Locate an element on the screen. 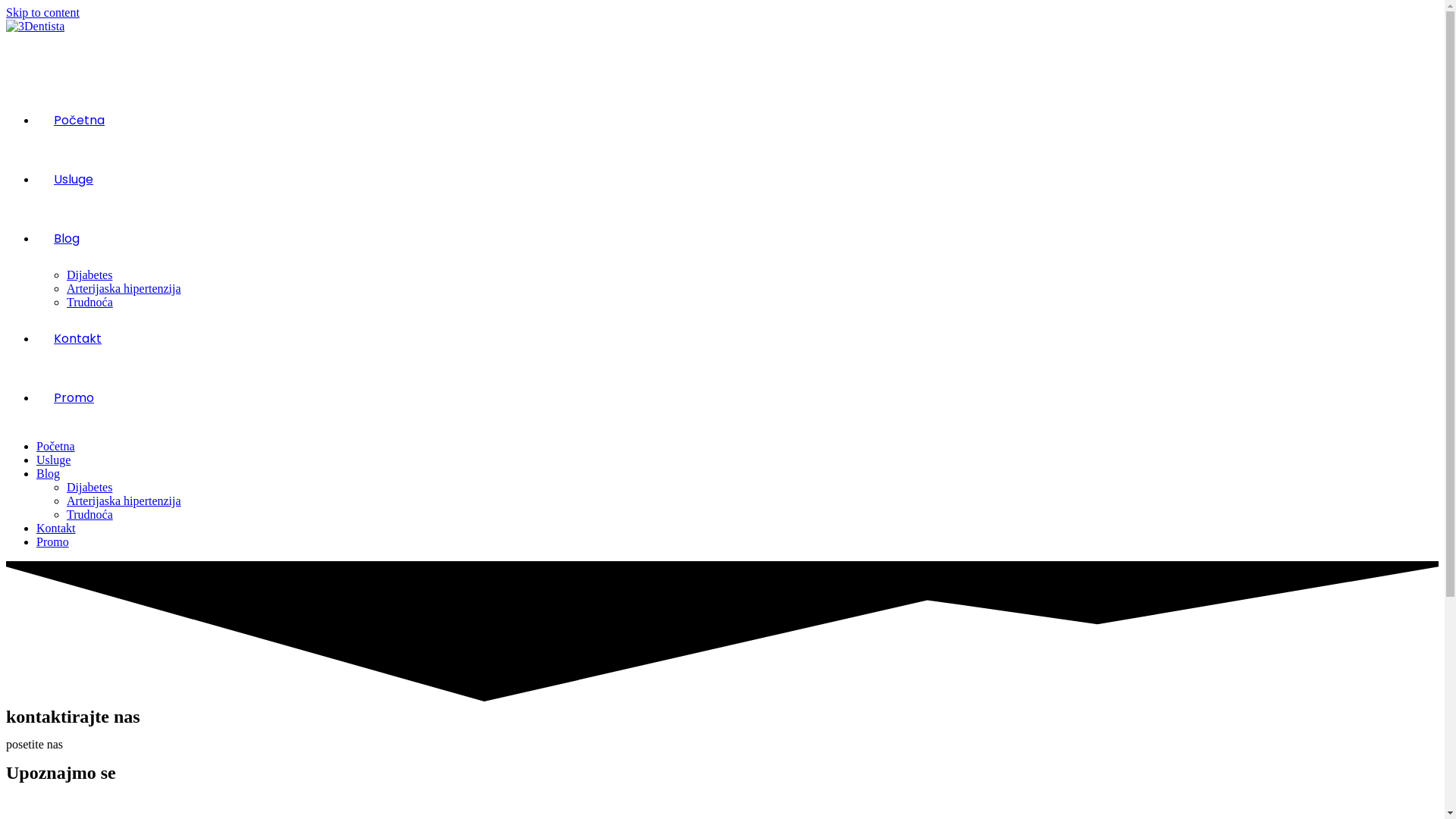 The image size is (1456, 819). 'Usluge' is located at coordinates (36, 459).